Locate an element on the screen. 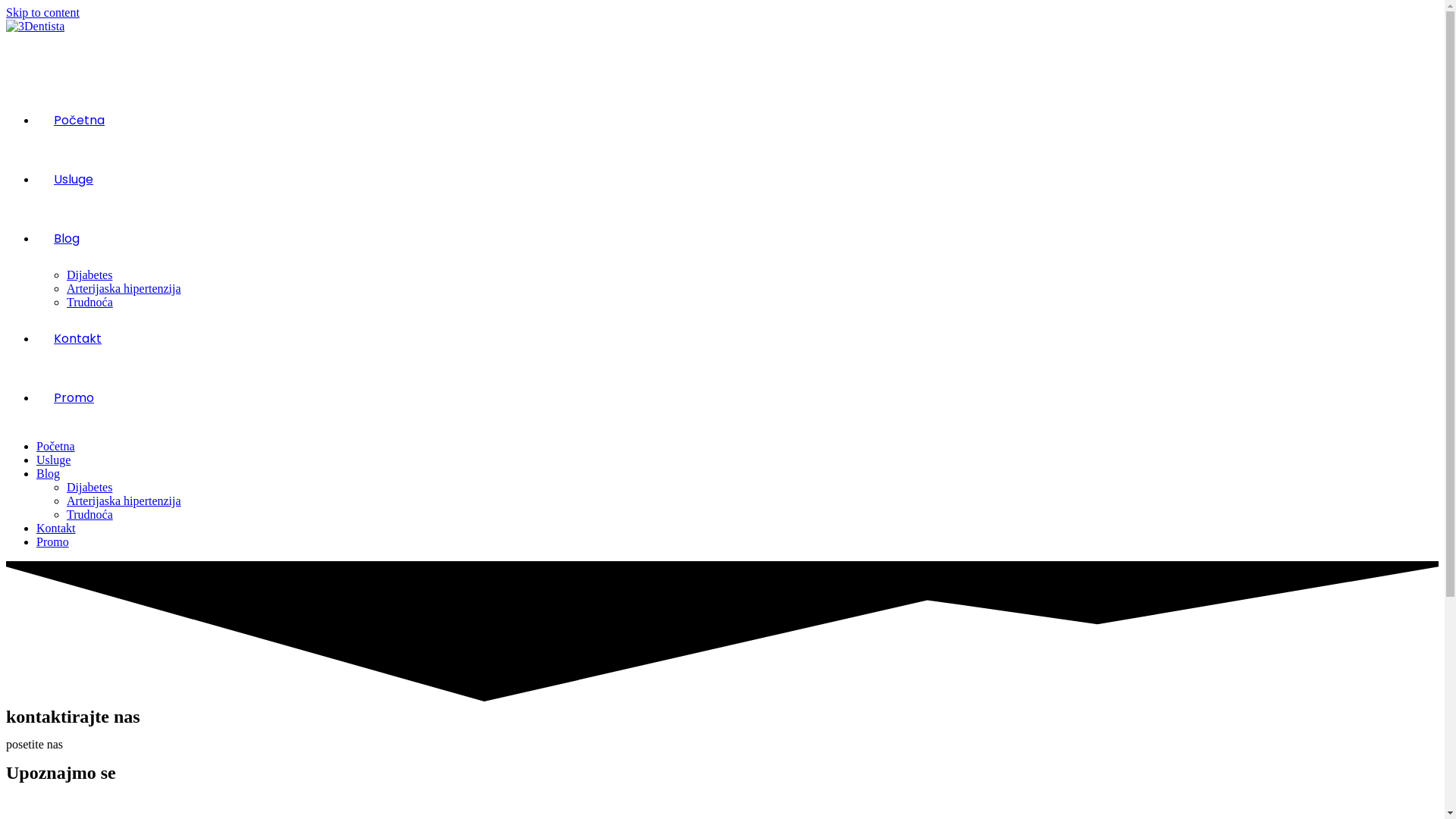 The image size is (1456, 819). 'Usluge' is located at coordinates (36, 459).